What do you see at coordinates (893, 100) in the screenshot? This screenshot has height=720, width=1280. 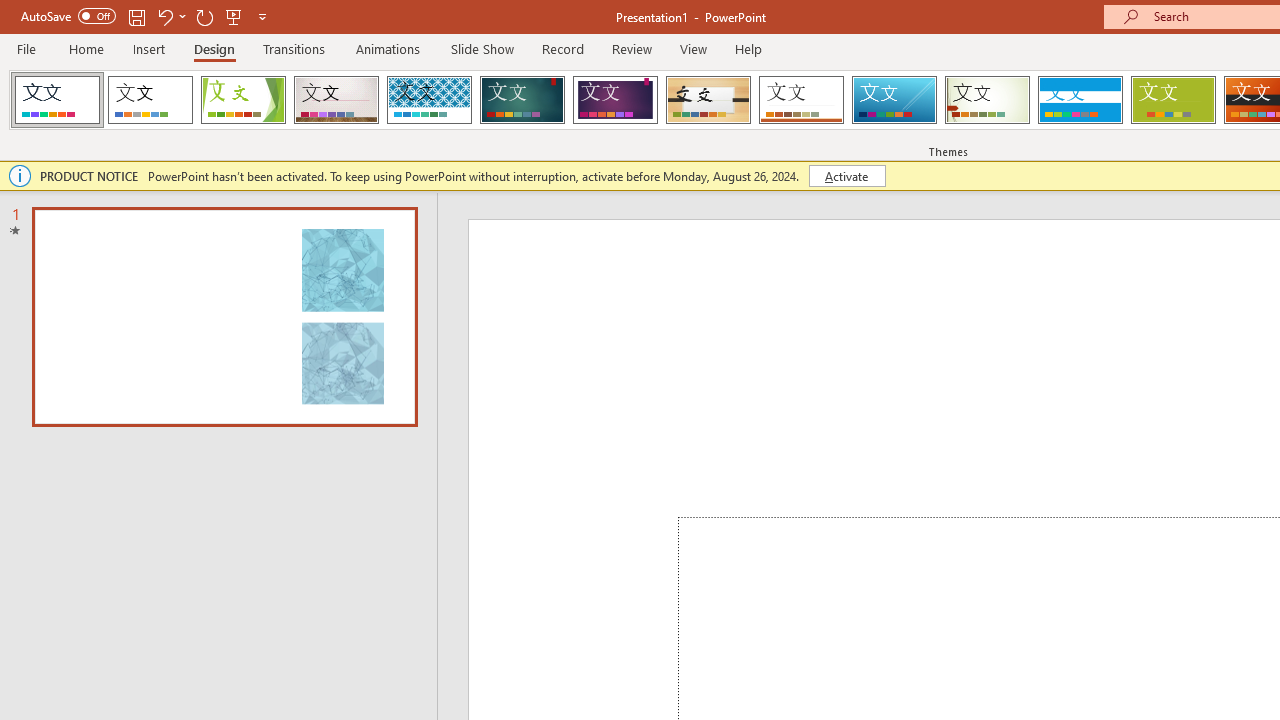 I see `'Slice'` at bounding box center [893, 100].